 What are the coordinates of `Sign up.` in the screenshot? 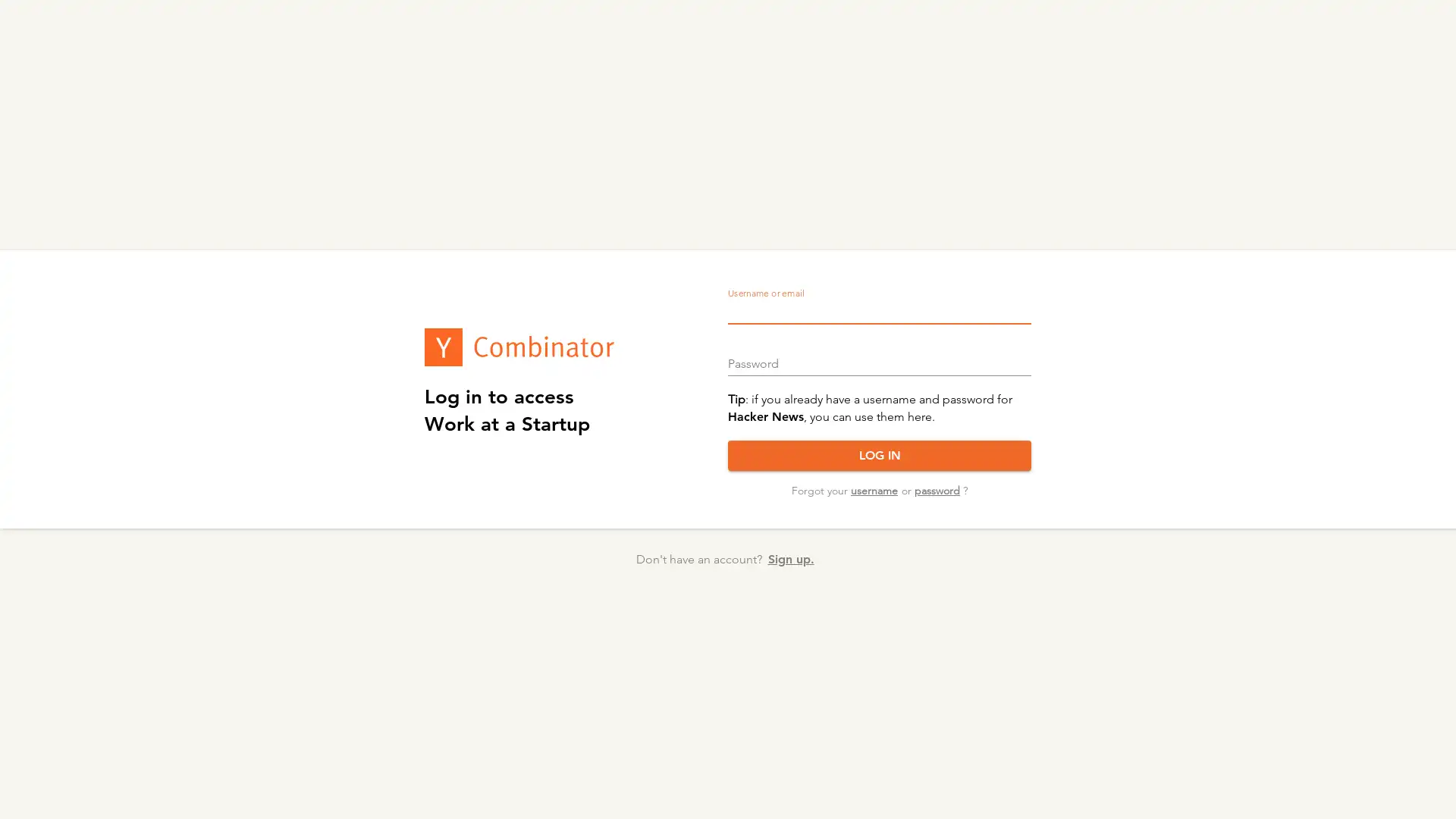 It's located at (789, 559).